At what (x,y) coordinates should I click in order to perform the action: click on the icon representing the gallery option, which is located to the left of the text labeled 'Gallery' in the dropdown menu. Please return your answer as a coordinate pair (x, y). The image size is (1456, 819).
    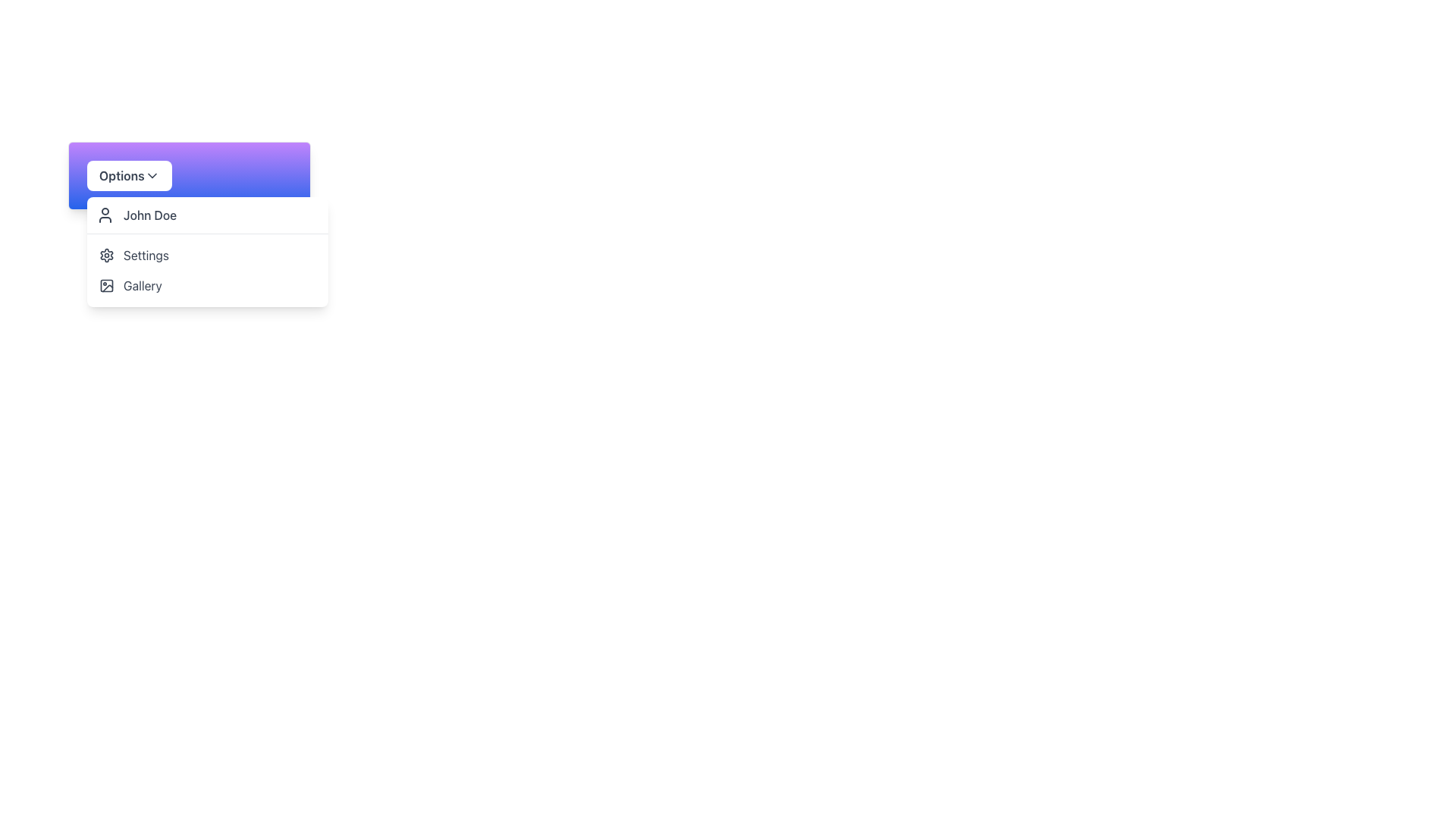
    Looking at the image, I should click on (105, 286).